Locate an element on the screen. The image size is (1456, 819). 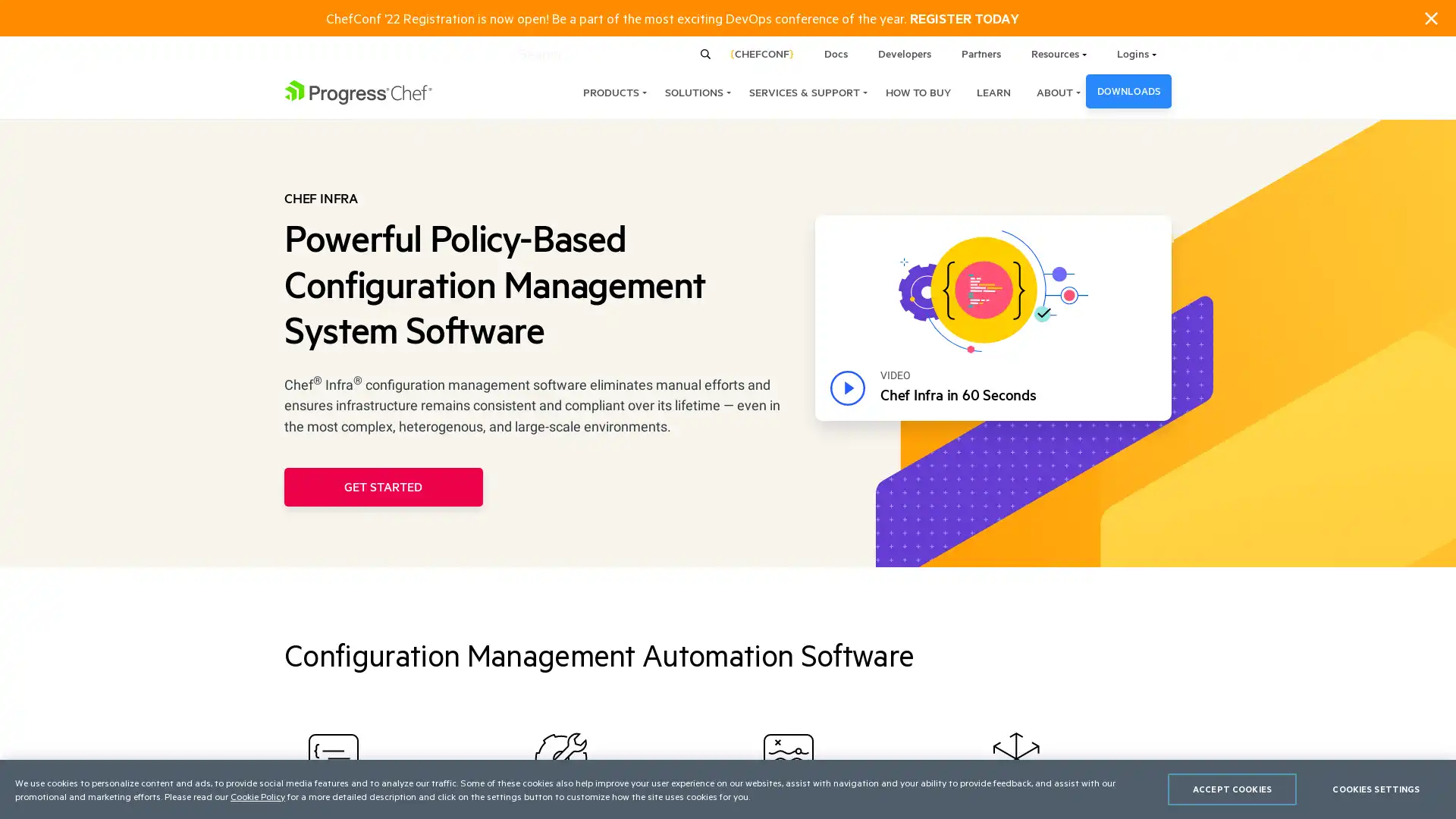
COOKIES SETTINGS is located at coordinates (1376, 789).